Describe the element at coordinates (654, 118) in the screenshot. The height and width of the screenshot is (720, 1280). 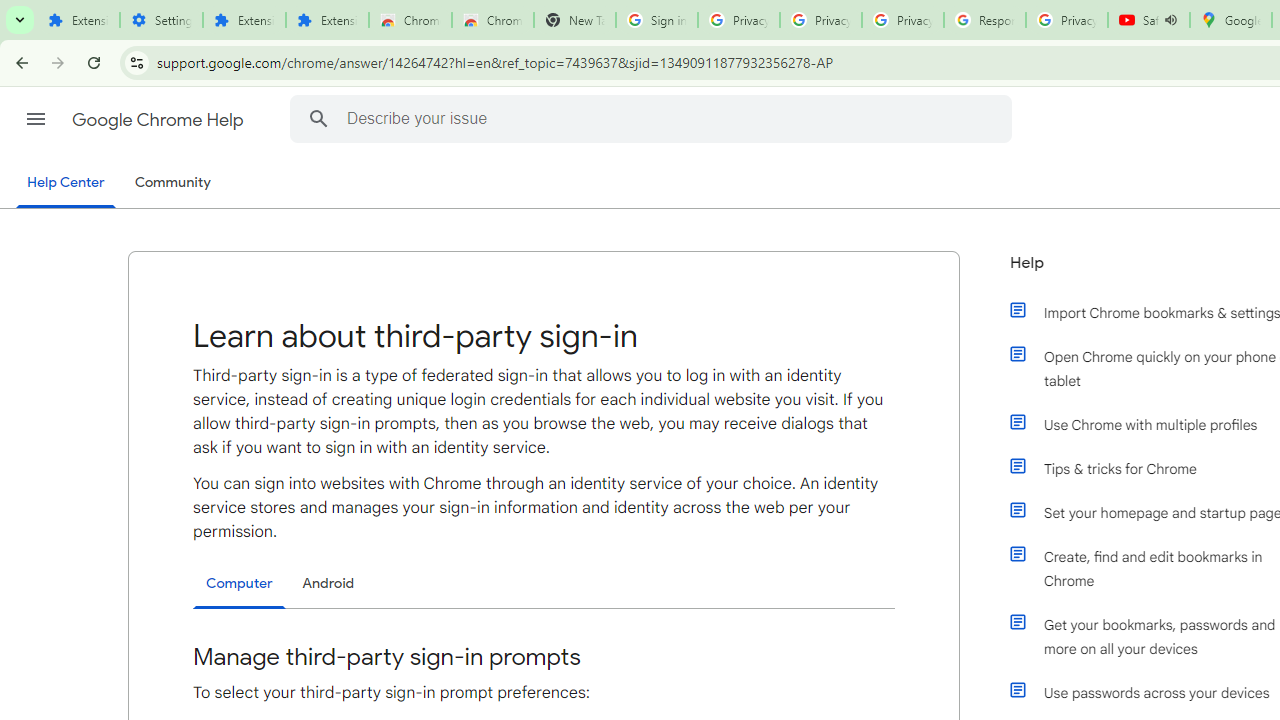
I see `'Describe your issue'` at that location.